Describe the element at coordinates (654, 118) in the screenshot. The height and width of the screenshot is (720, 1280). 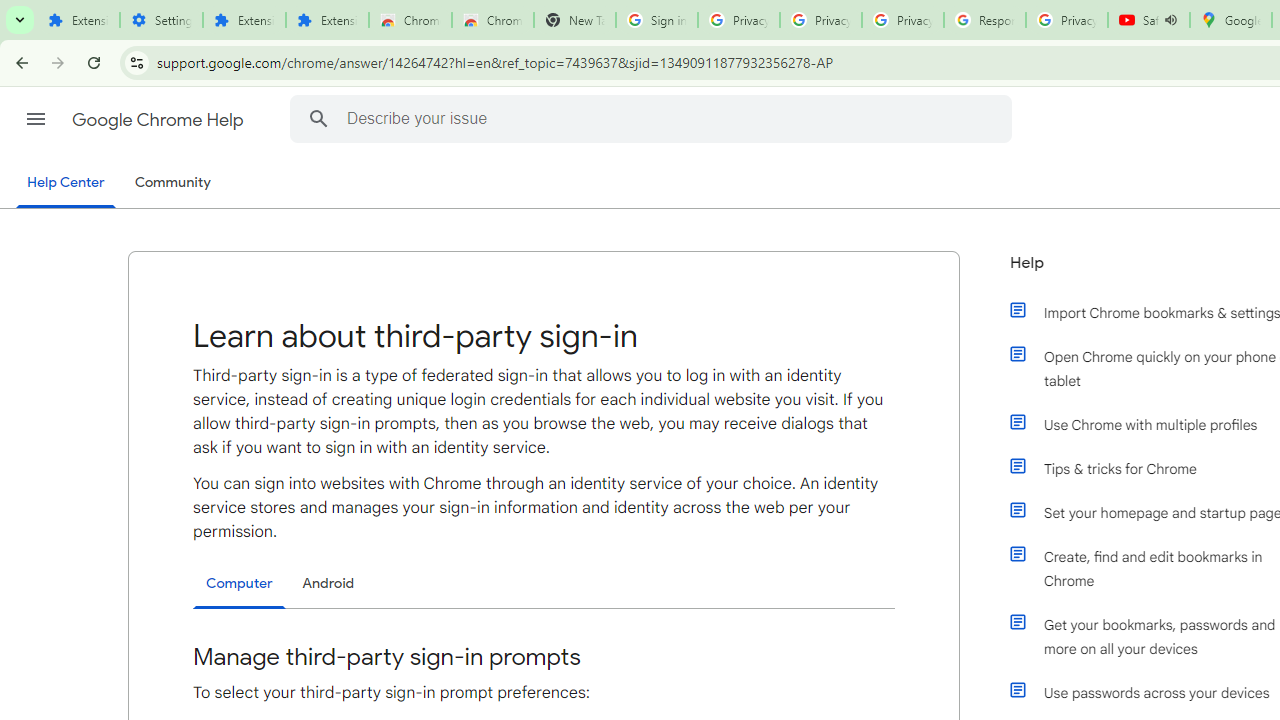
I see `'Describe your issue'` at that location.